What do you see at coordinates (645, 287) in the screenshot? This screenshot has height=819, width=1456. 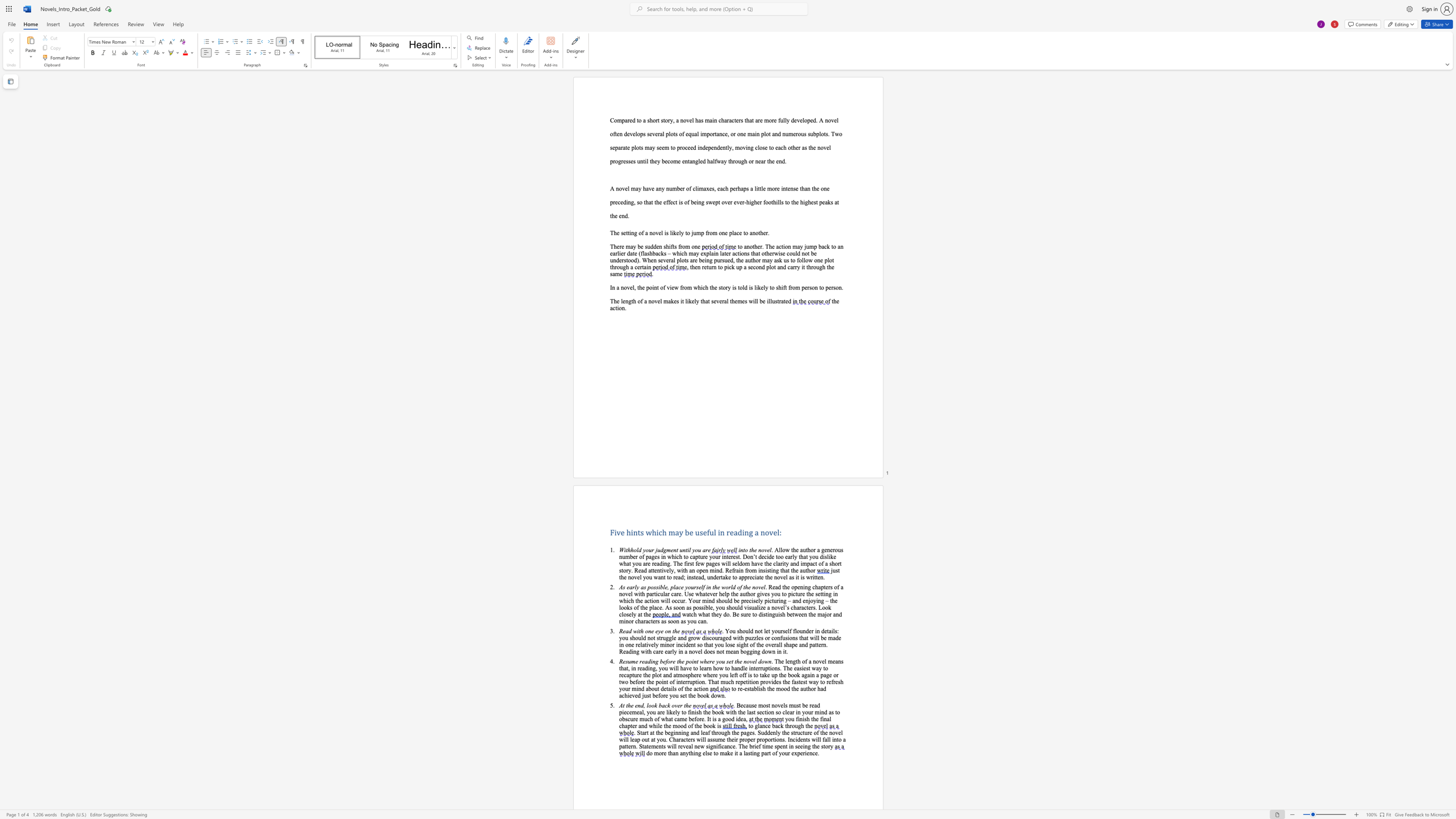 I see `the subset text "point of view from which the story is told i" within the text "In a novel, the point of view from which the story is told is likely to shift from person to person."` at bounding box center [645, 287].